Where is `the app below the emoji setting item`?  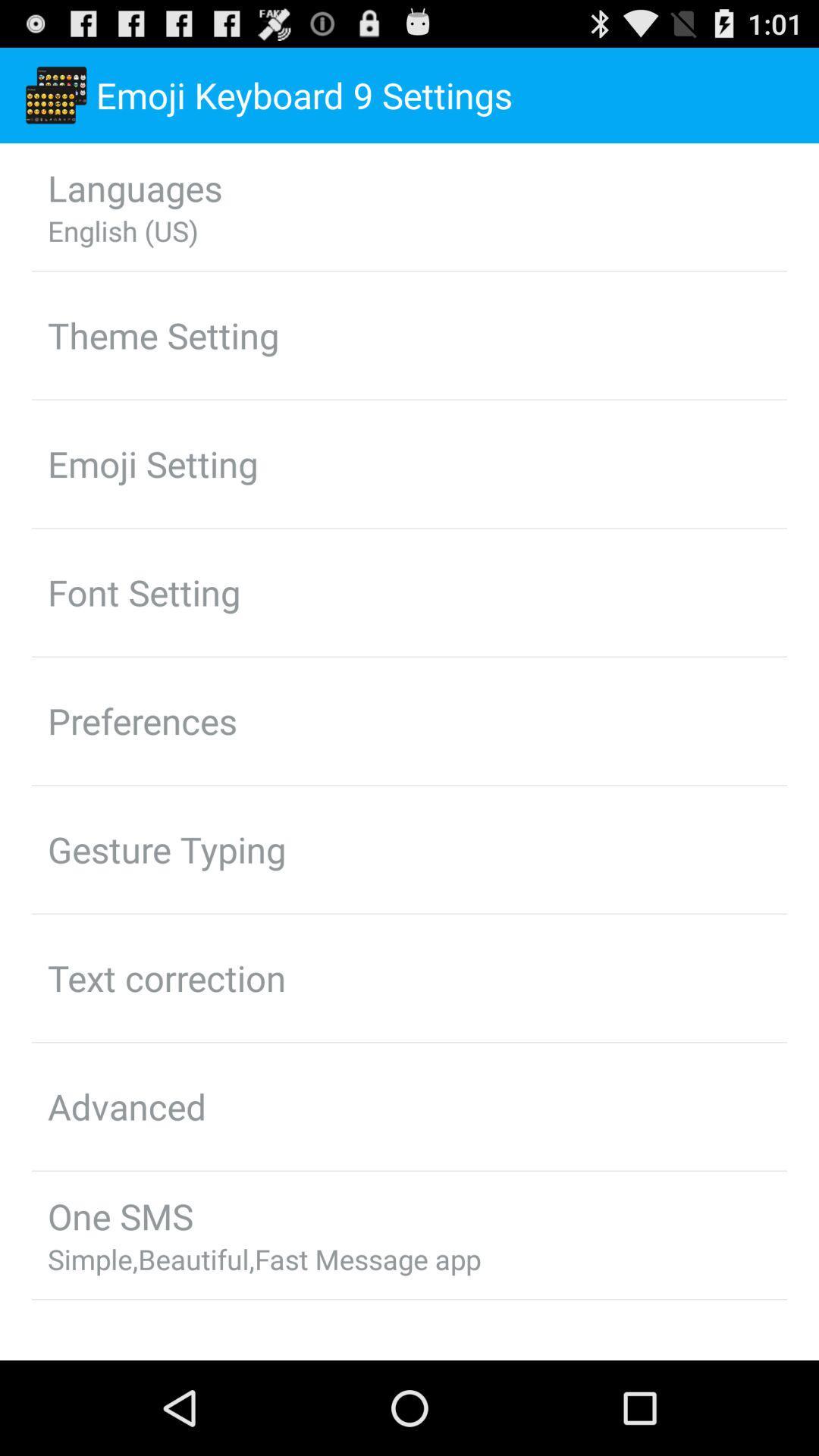
the app below the emoji setting item is located at coordinates (144, 591).